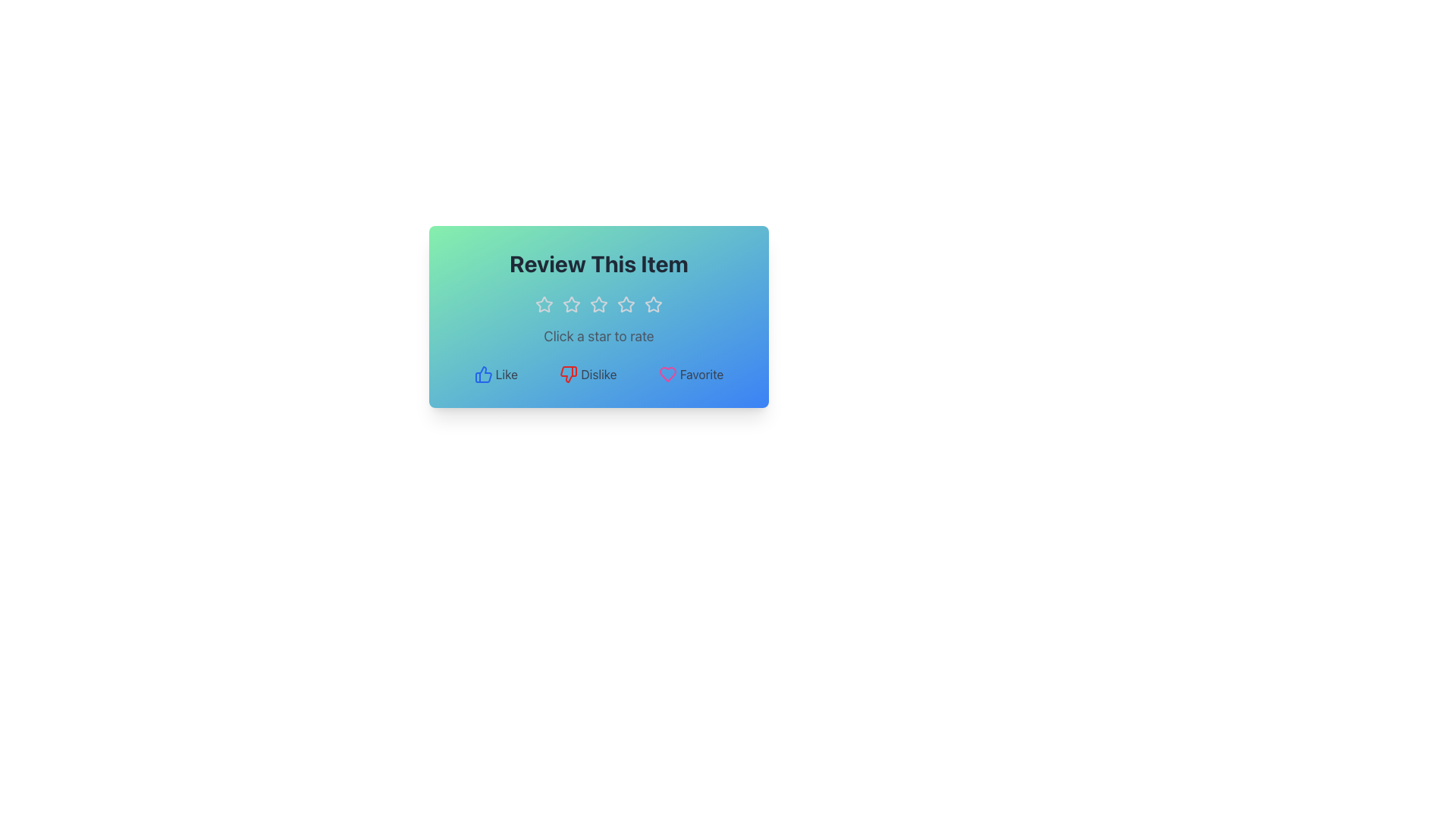 Image resolution: width=1456 pixels, height=819 pixels. What do you see at coordinates (654, 304) in the screenshot?
I see `the fifth star-shaped icon in the rating system` at bounding box center [654, 304].